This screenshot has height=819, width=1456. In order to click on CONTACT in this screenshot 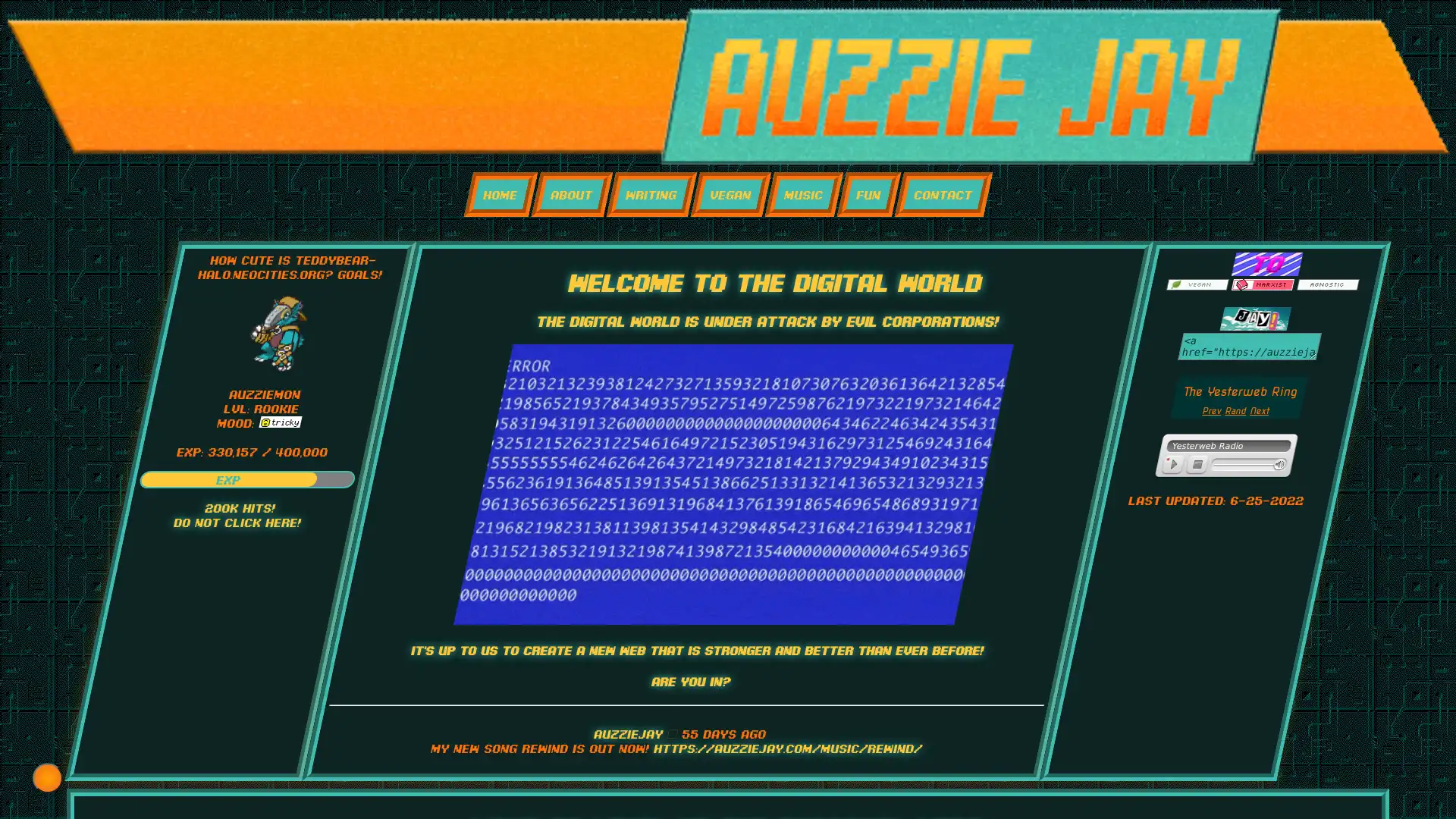, I will do `click(942, 193)`.